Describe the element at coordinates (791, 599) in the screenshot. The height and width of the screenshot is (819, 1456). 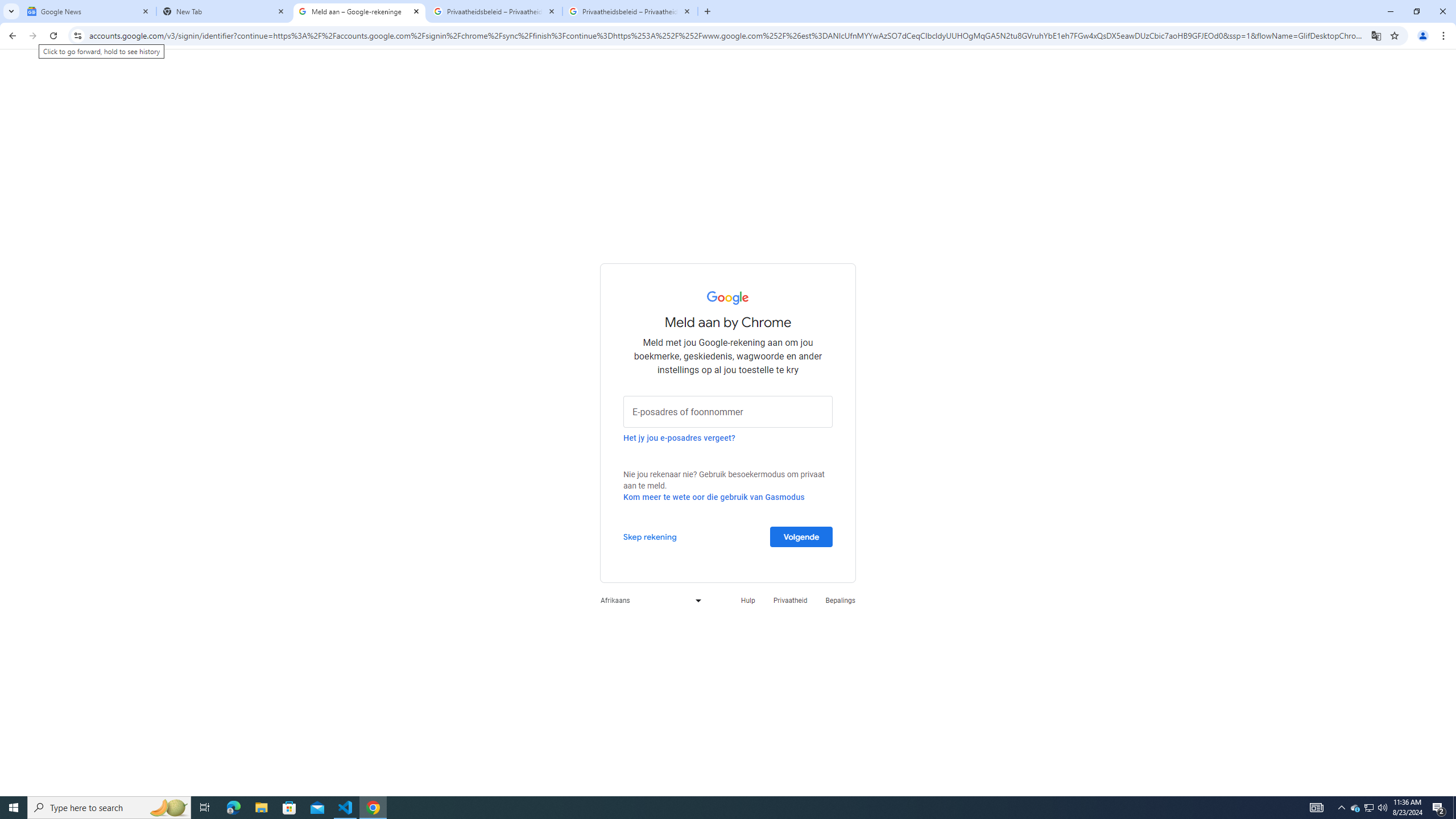
I see `'Privaatheid'` at that location.